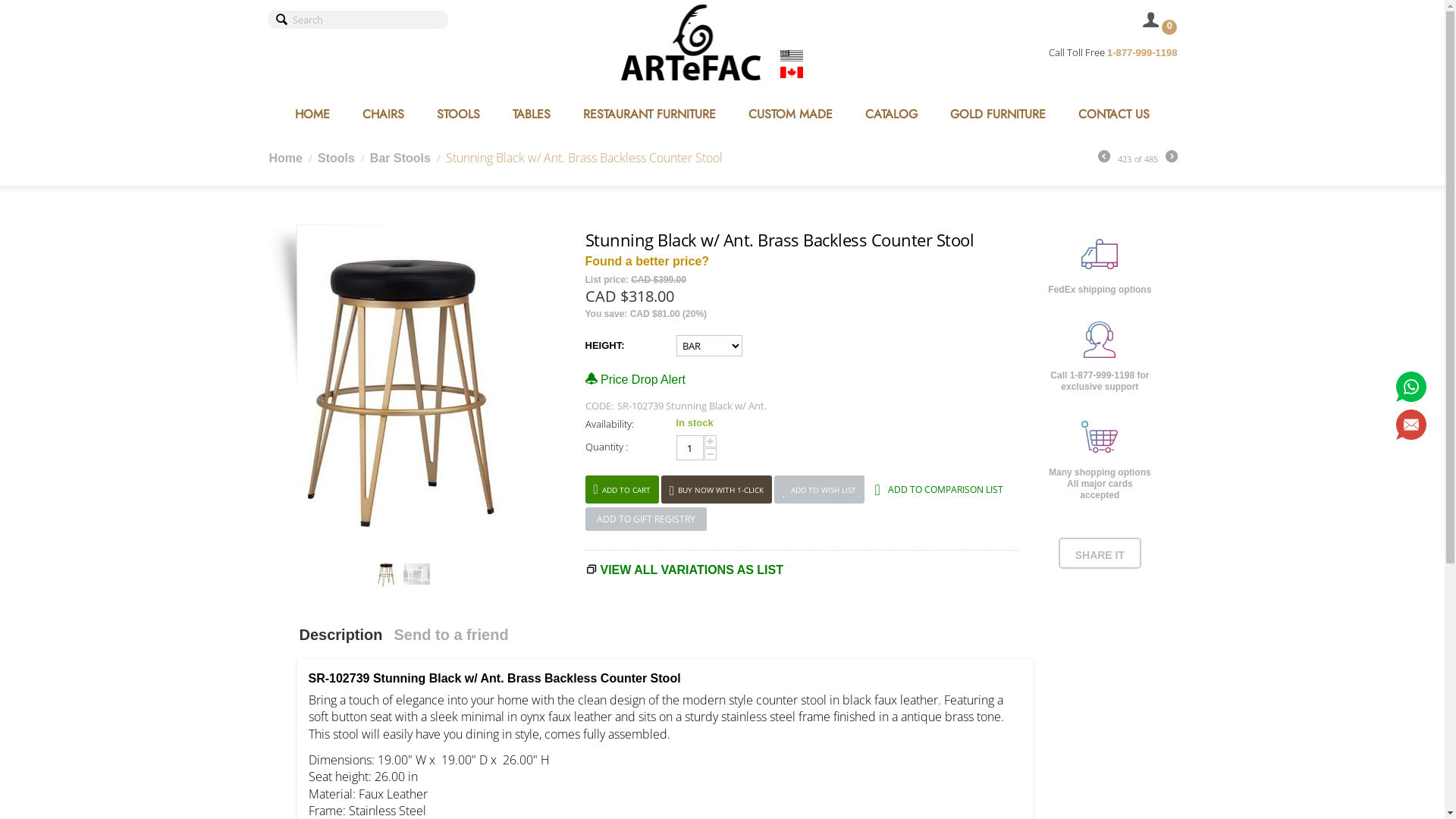  I want to click on 'CUSTOM MADE', so click(789, 113).